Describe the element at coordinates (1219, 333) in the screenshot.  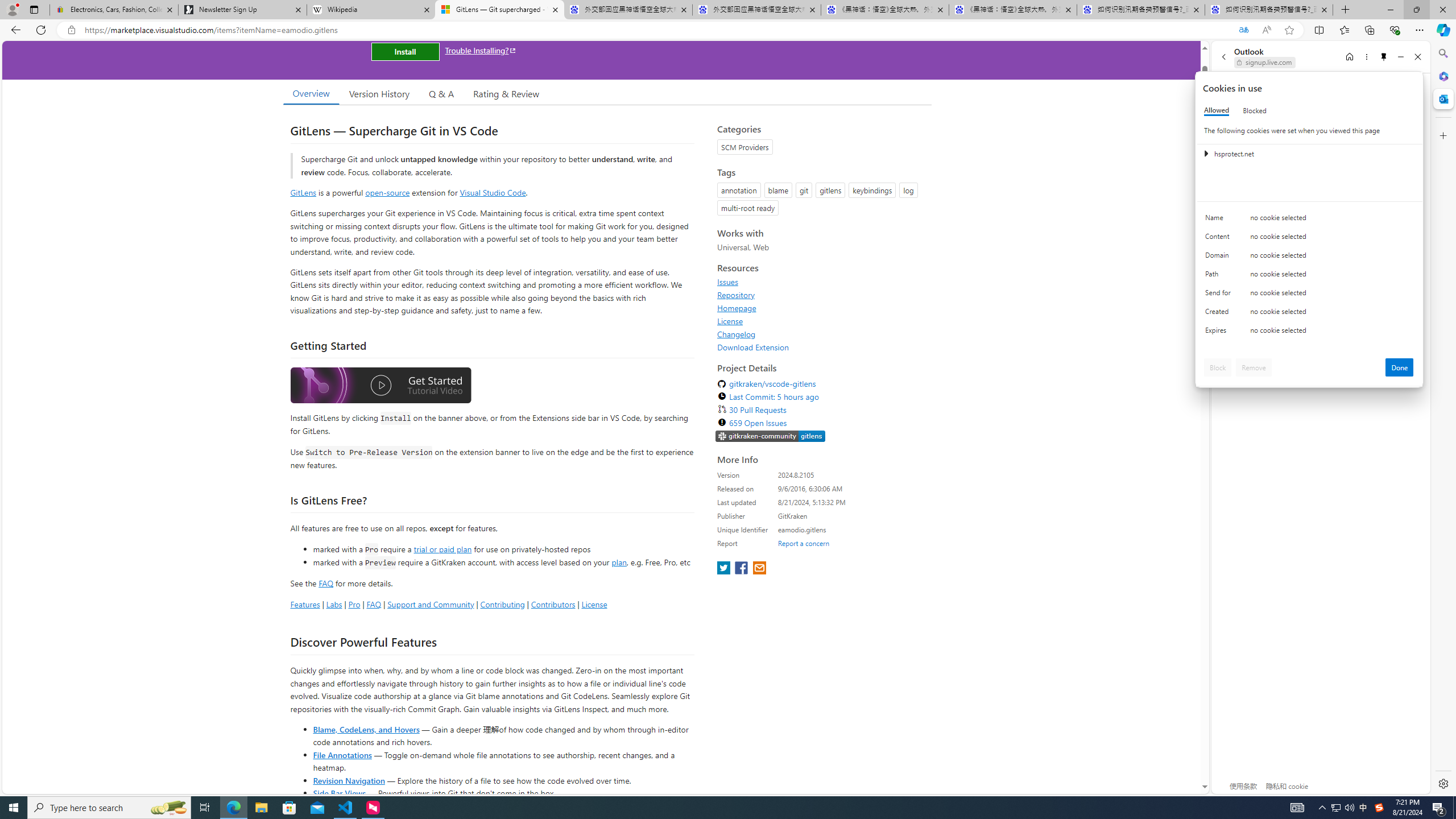
I see `'Expires'` at that location.